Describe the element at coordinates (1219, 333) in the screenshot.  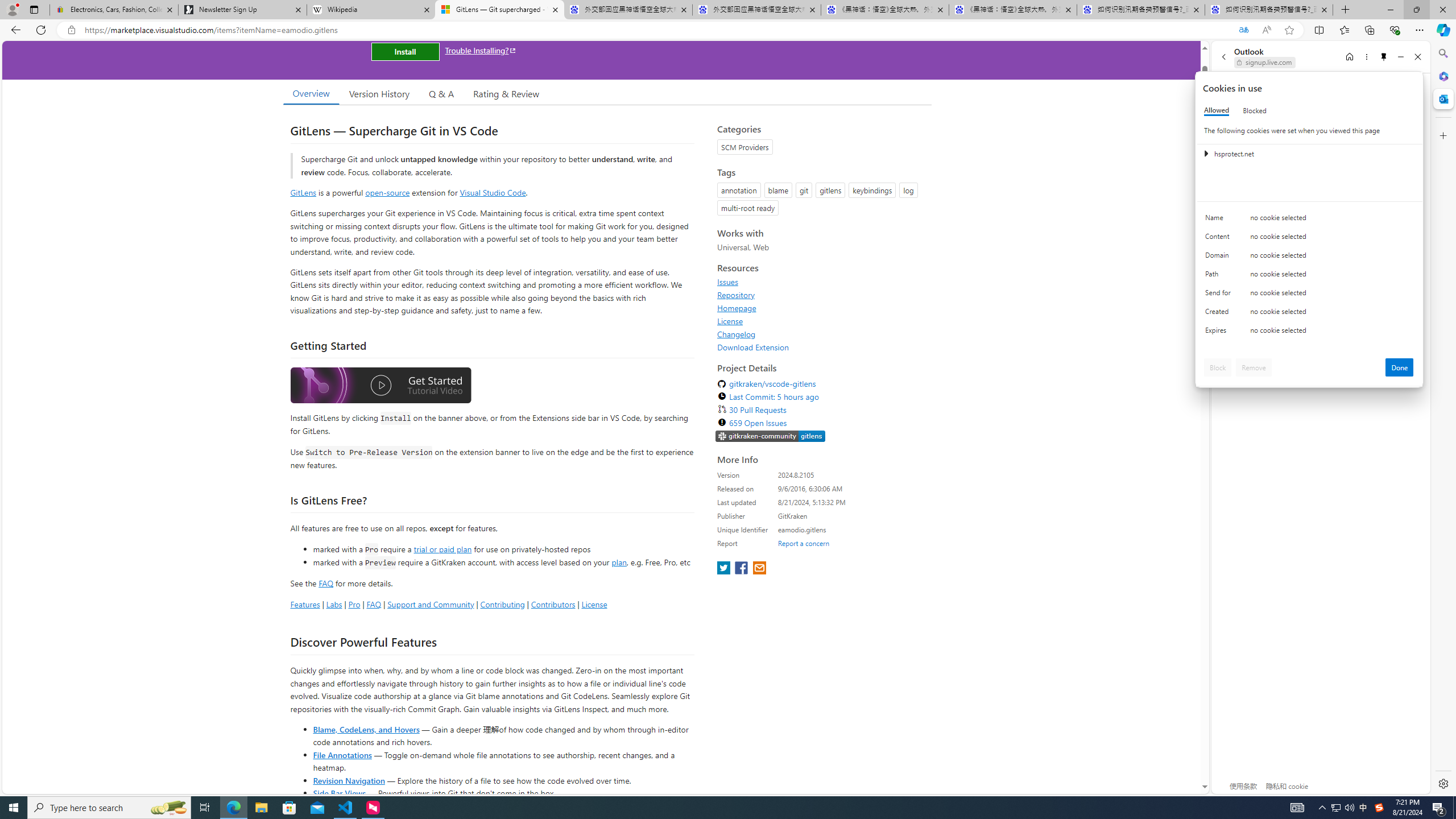
I see `'Expires'` at that location.